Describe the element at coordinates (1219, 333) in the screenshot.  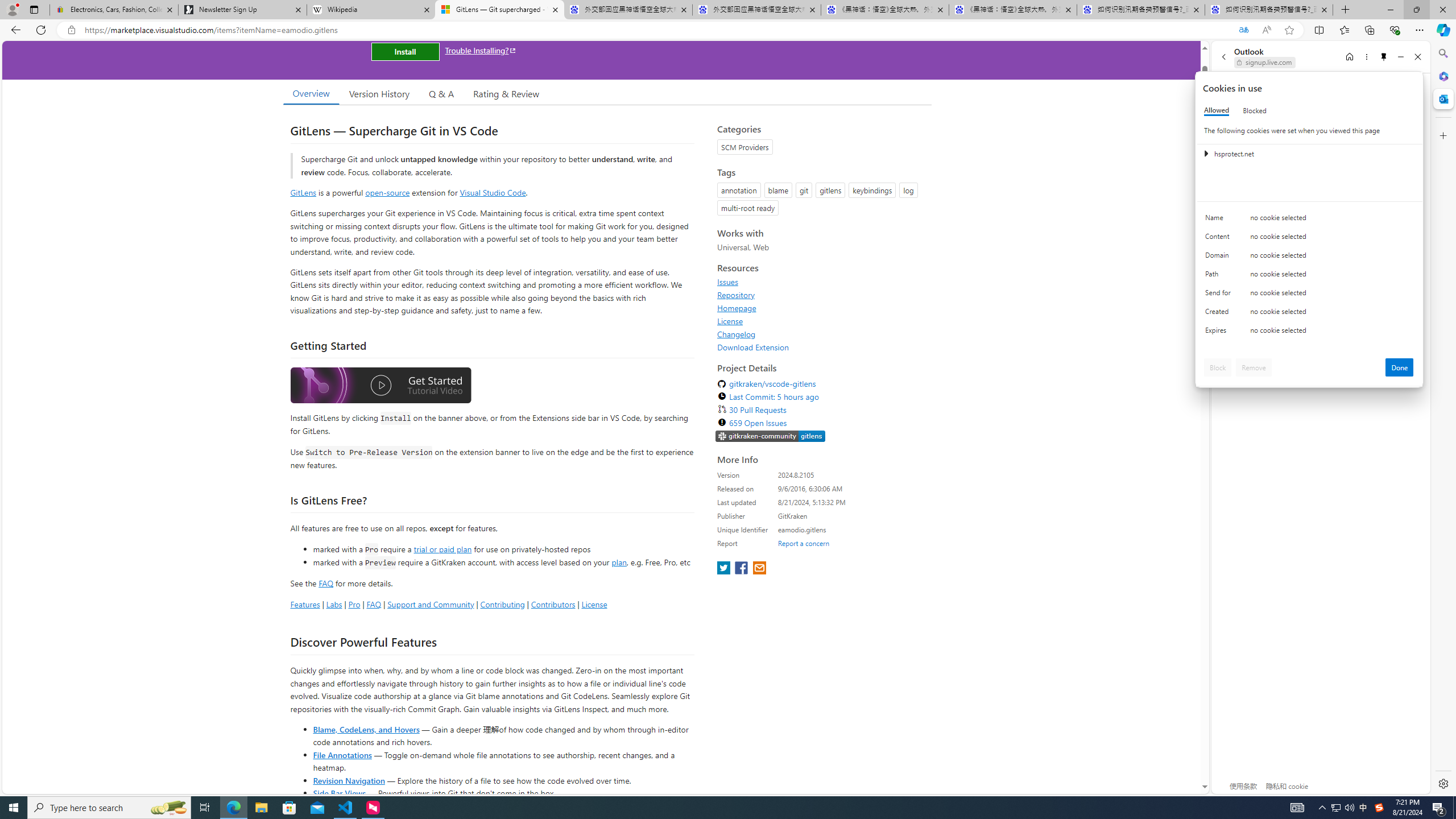
I see `'Expires'` at that location.